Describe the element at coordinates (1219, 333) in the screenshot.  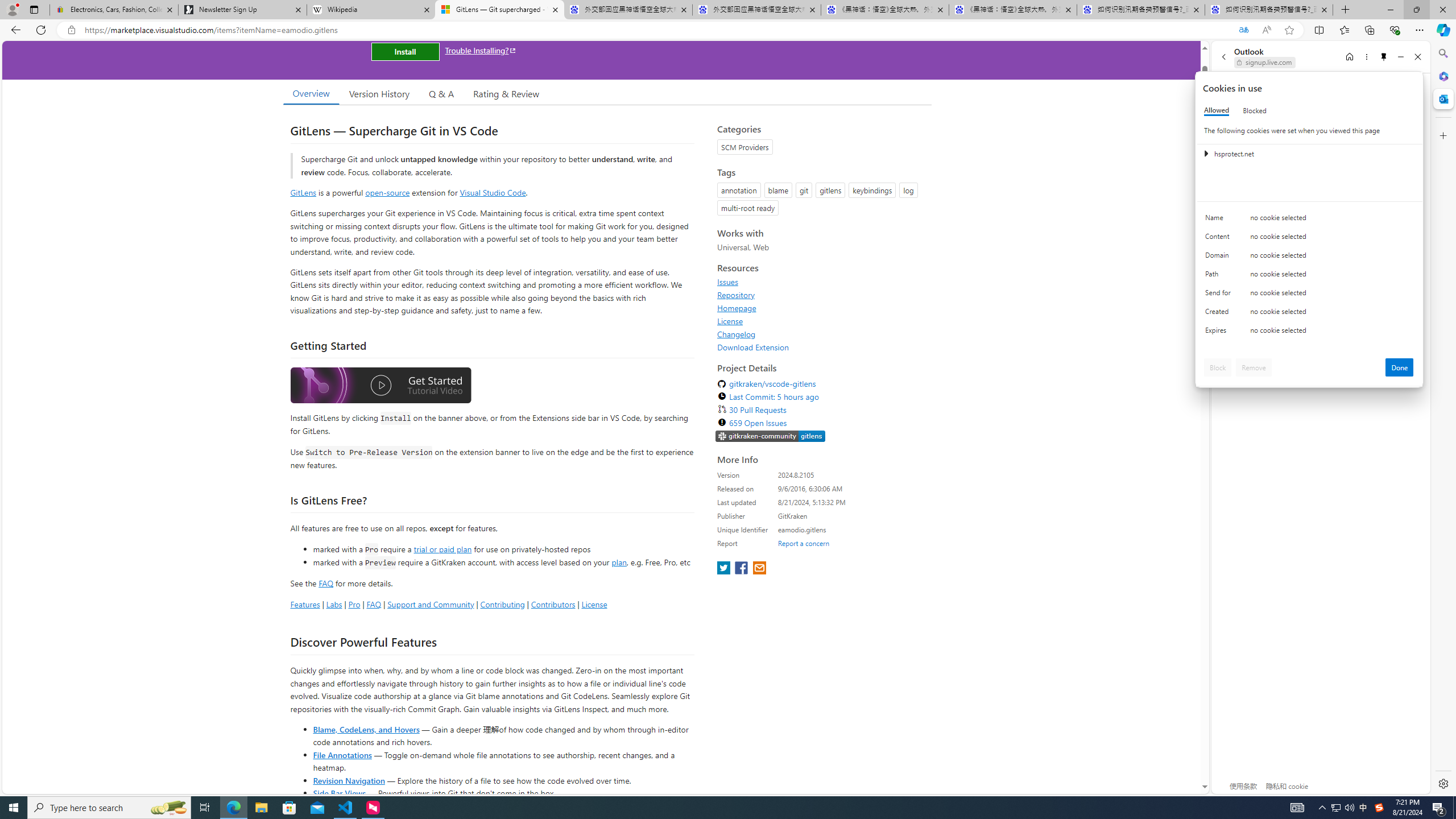
I see `'Expires'` at that location.